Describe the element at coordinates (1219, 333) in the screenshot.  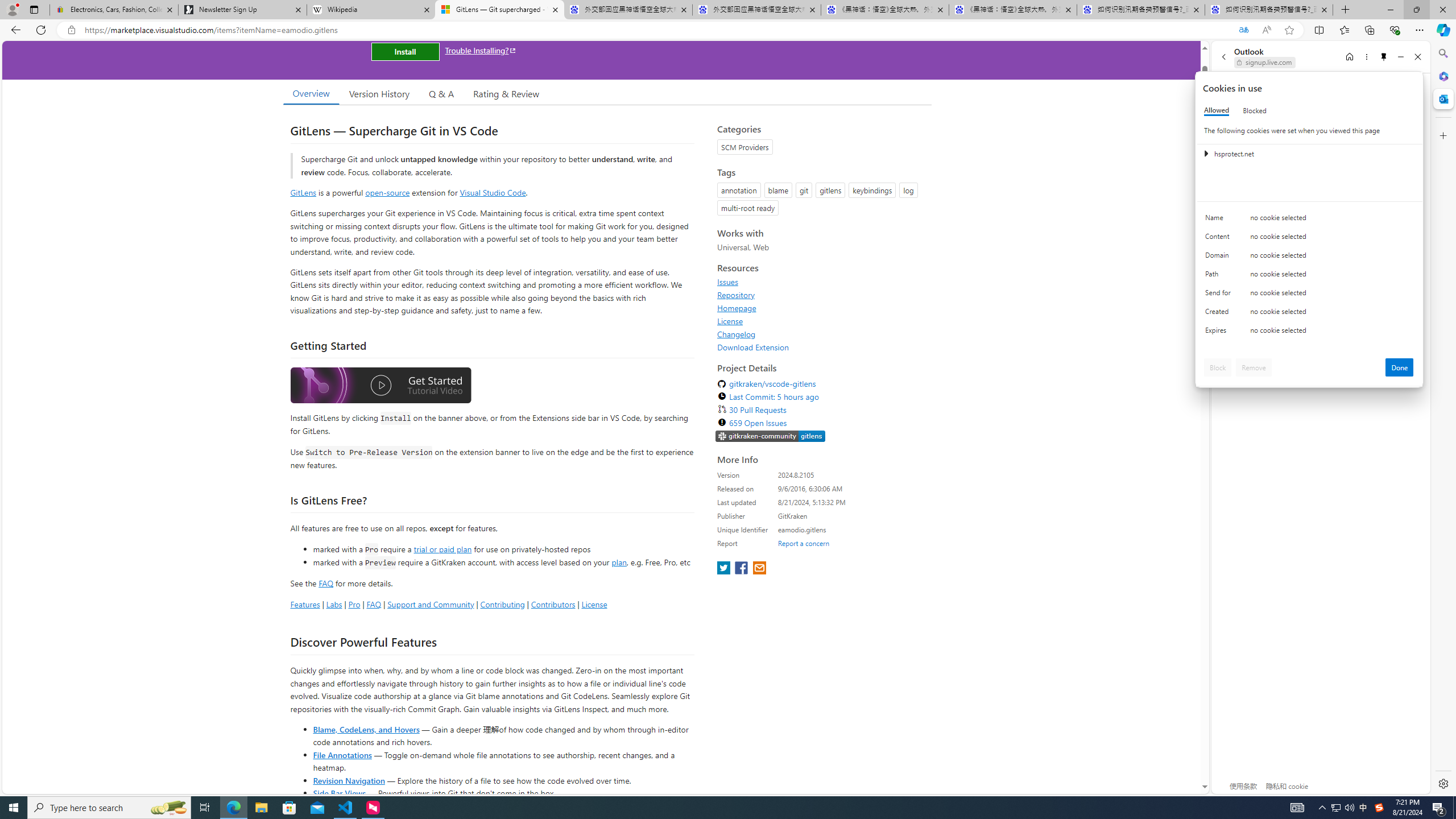
I see `'Expires'` at that location.